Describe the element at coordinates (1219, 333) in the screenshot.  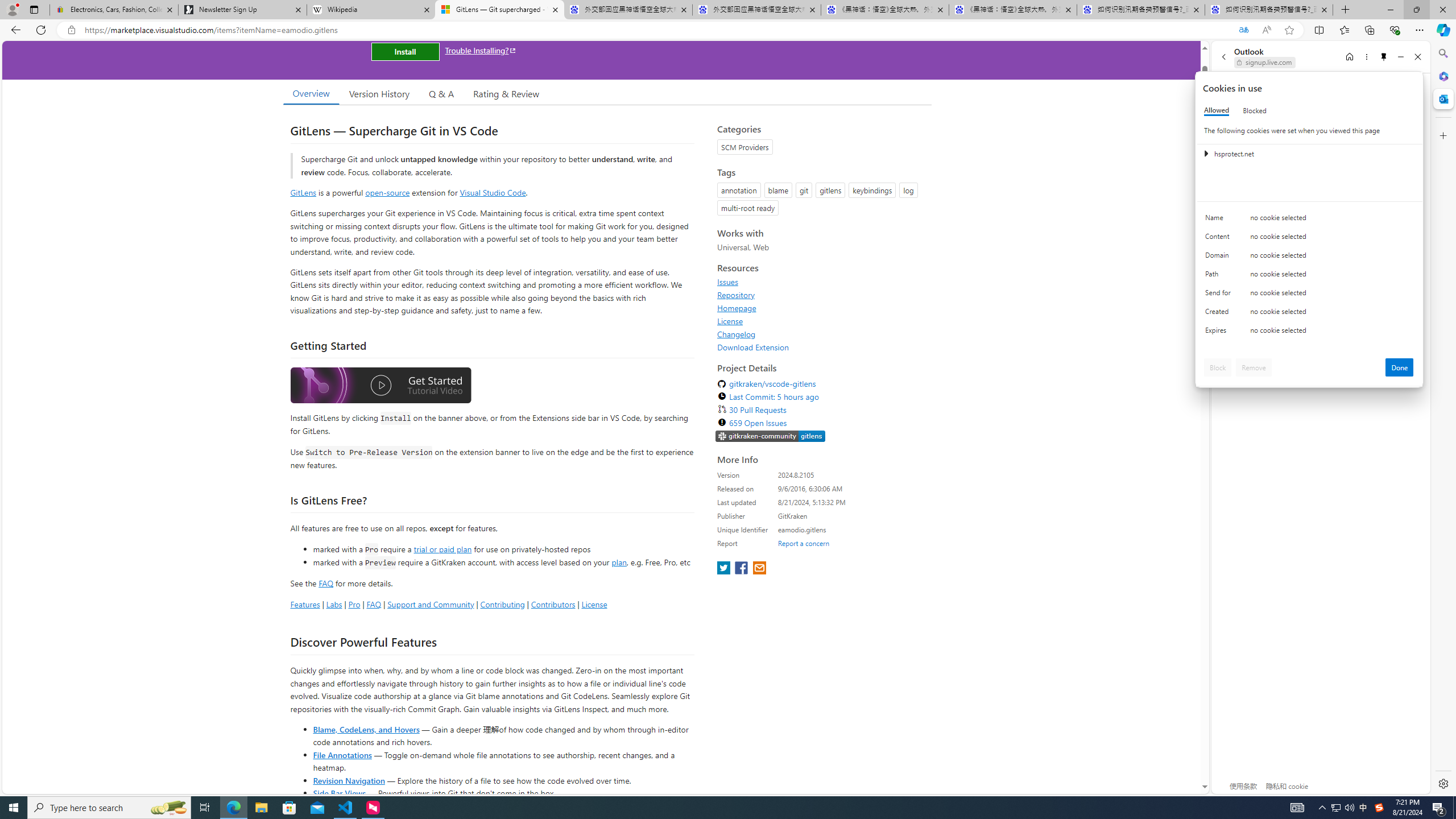
I see `'Expires'` at that location.